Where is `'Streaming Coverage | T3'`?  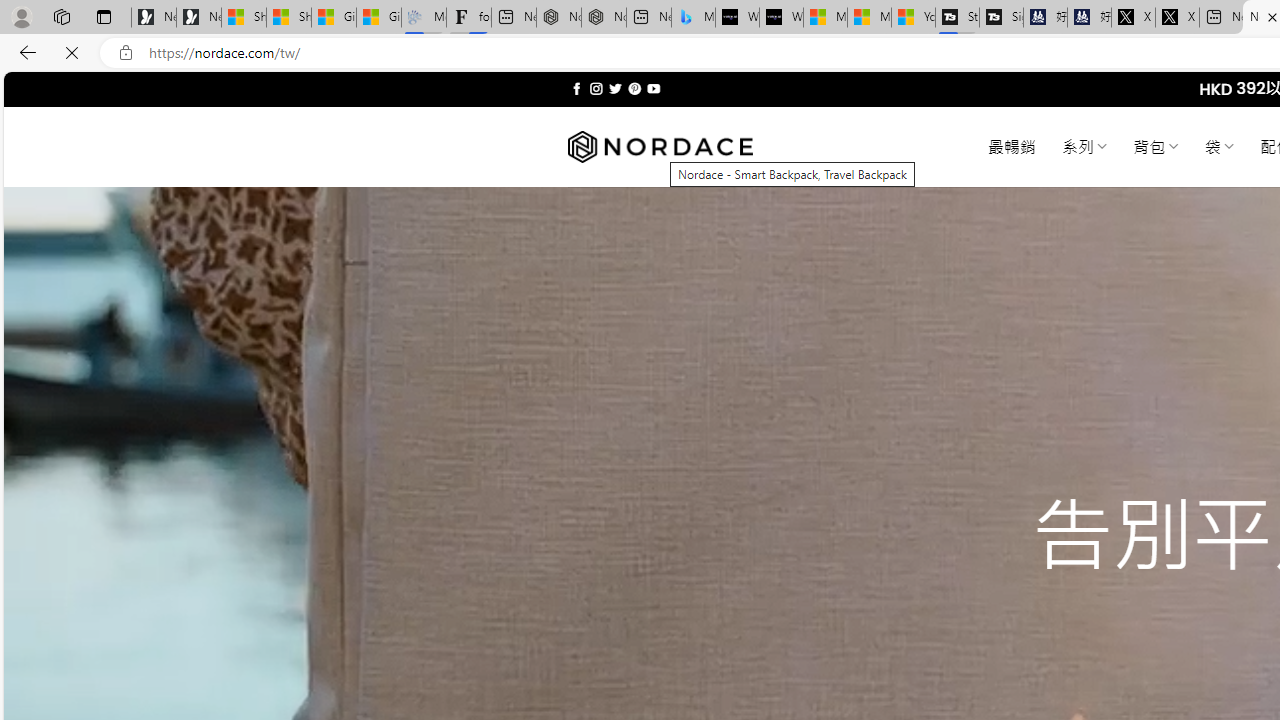 'Streaming Coverage | T3' is located at coordinates (956, 17).